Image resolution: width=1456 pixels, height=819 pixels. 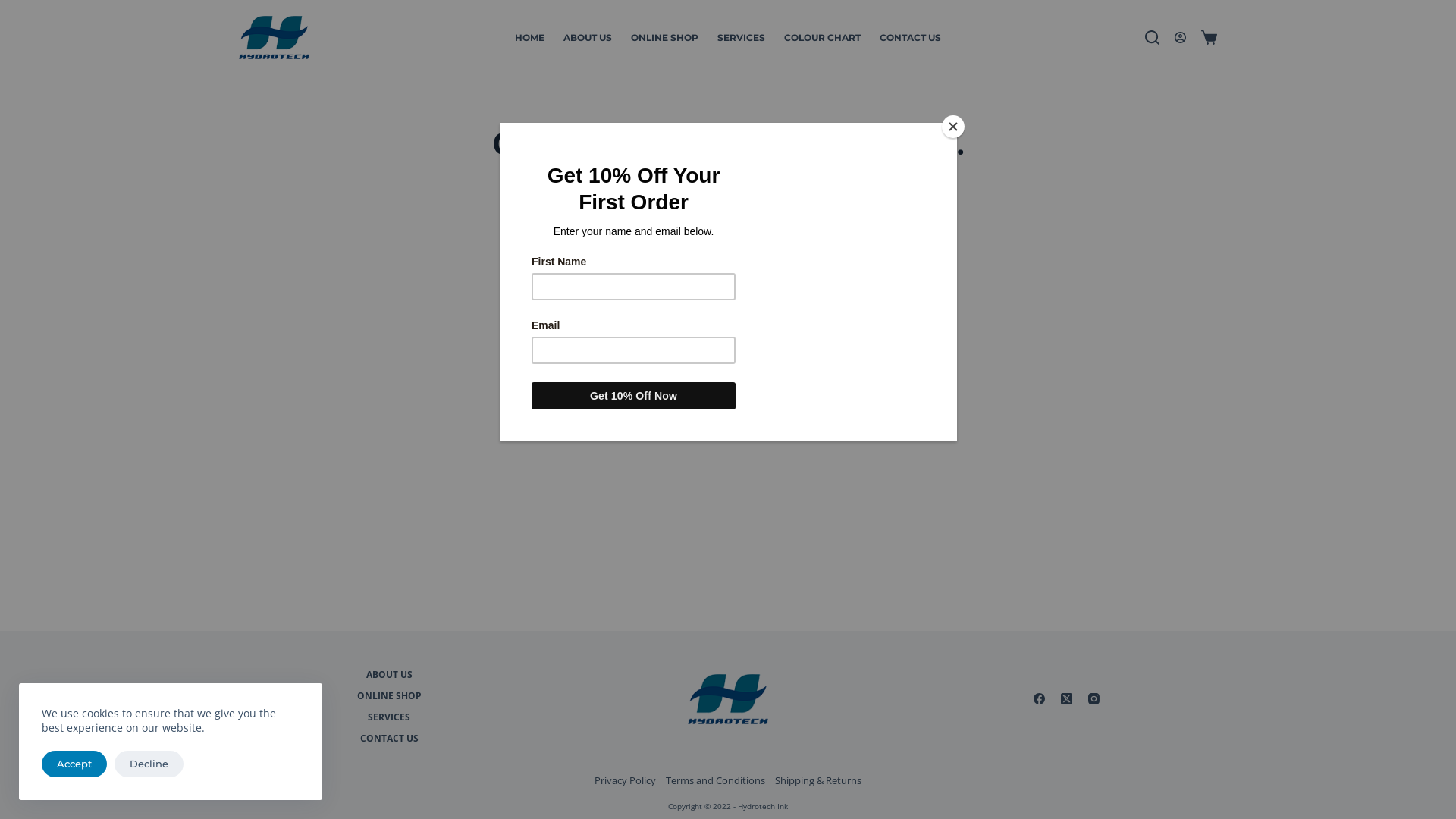 What do you see at coordinates (389, 674) in the screenshot?
I see `'ABOUT US'` at bounding box center [389, 674].